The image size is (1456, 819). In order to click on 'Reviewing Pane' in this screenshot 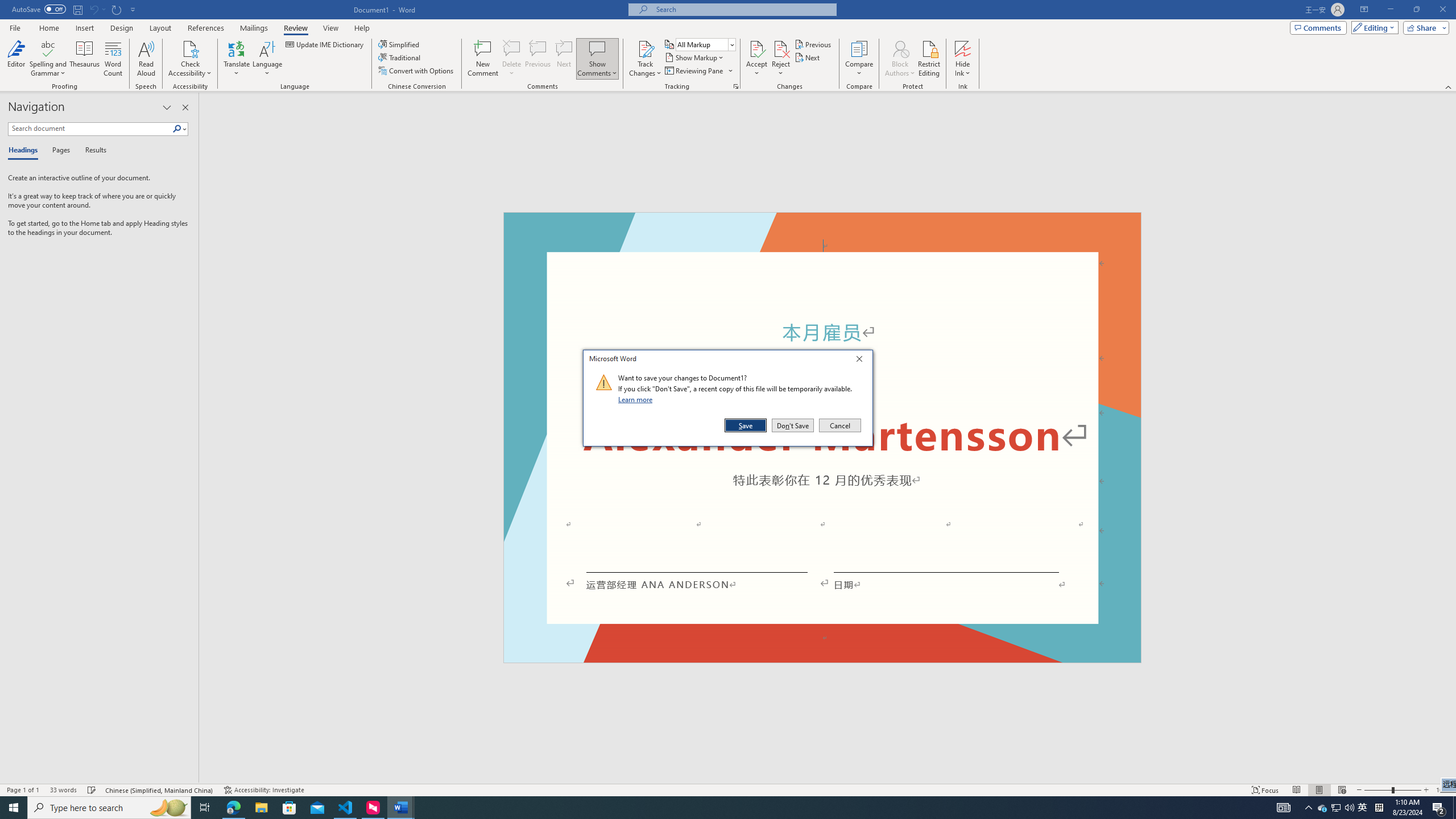, I will do `click(694, 69)`.